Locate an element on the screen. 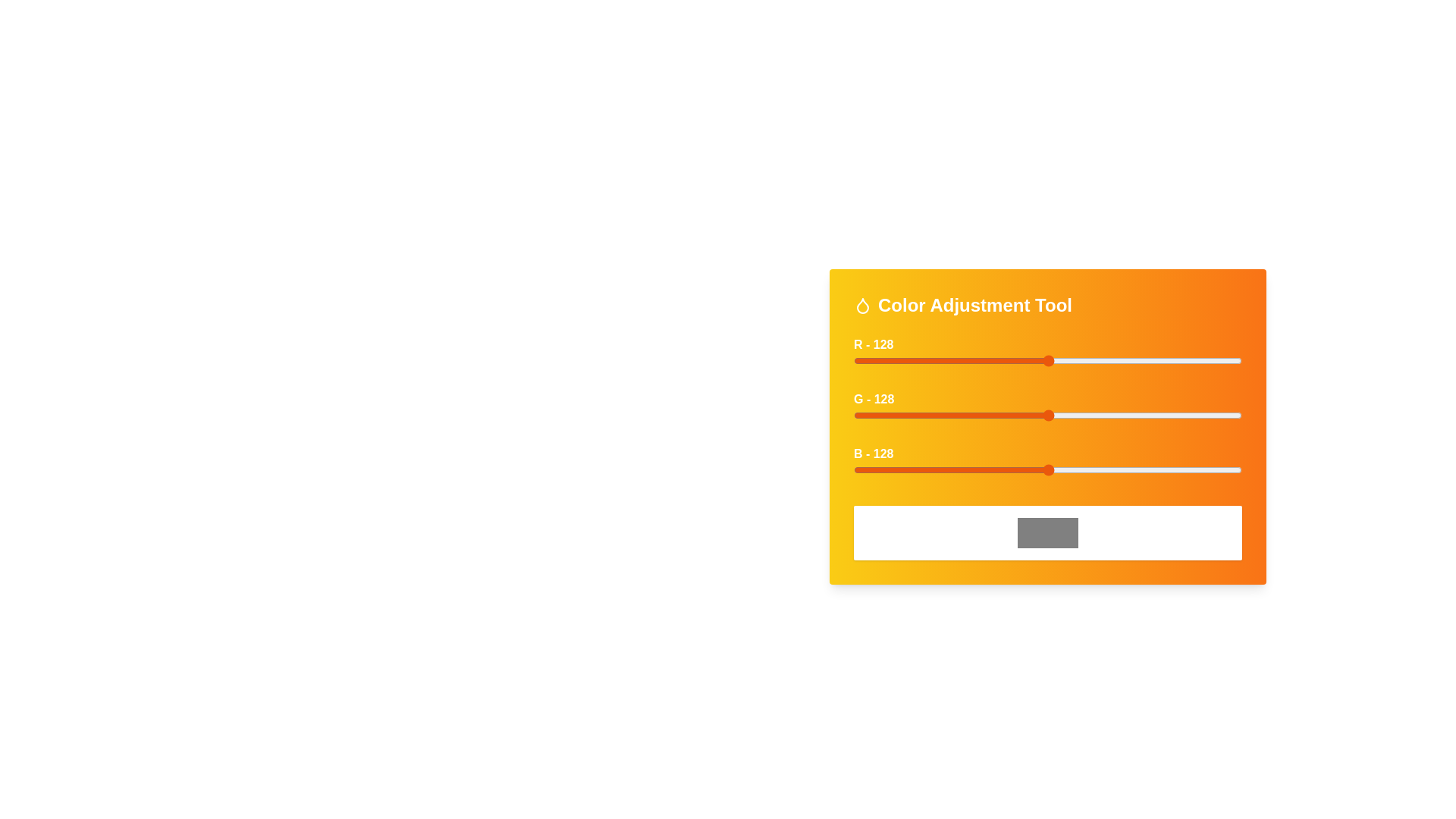 This screenshot has width=1456, height=819. the red slider to 156 is located at coordinates (1090, 360).